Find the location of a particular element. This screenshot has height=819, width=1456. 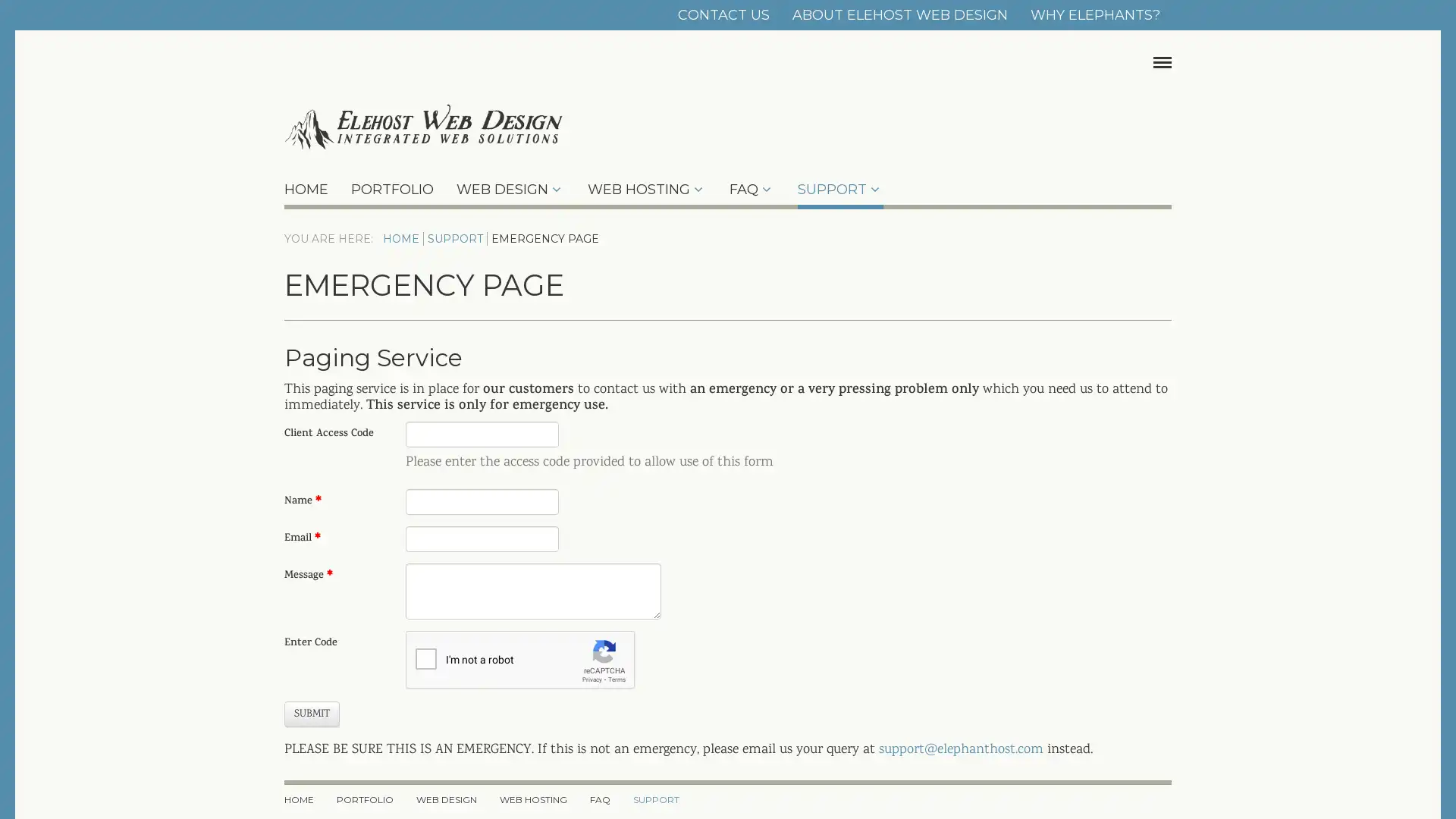

Submit is located at coordinates (311, 714).